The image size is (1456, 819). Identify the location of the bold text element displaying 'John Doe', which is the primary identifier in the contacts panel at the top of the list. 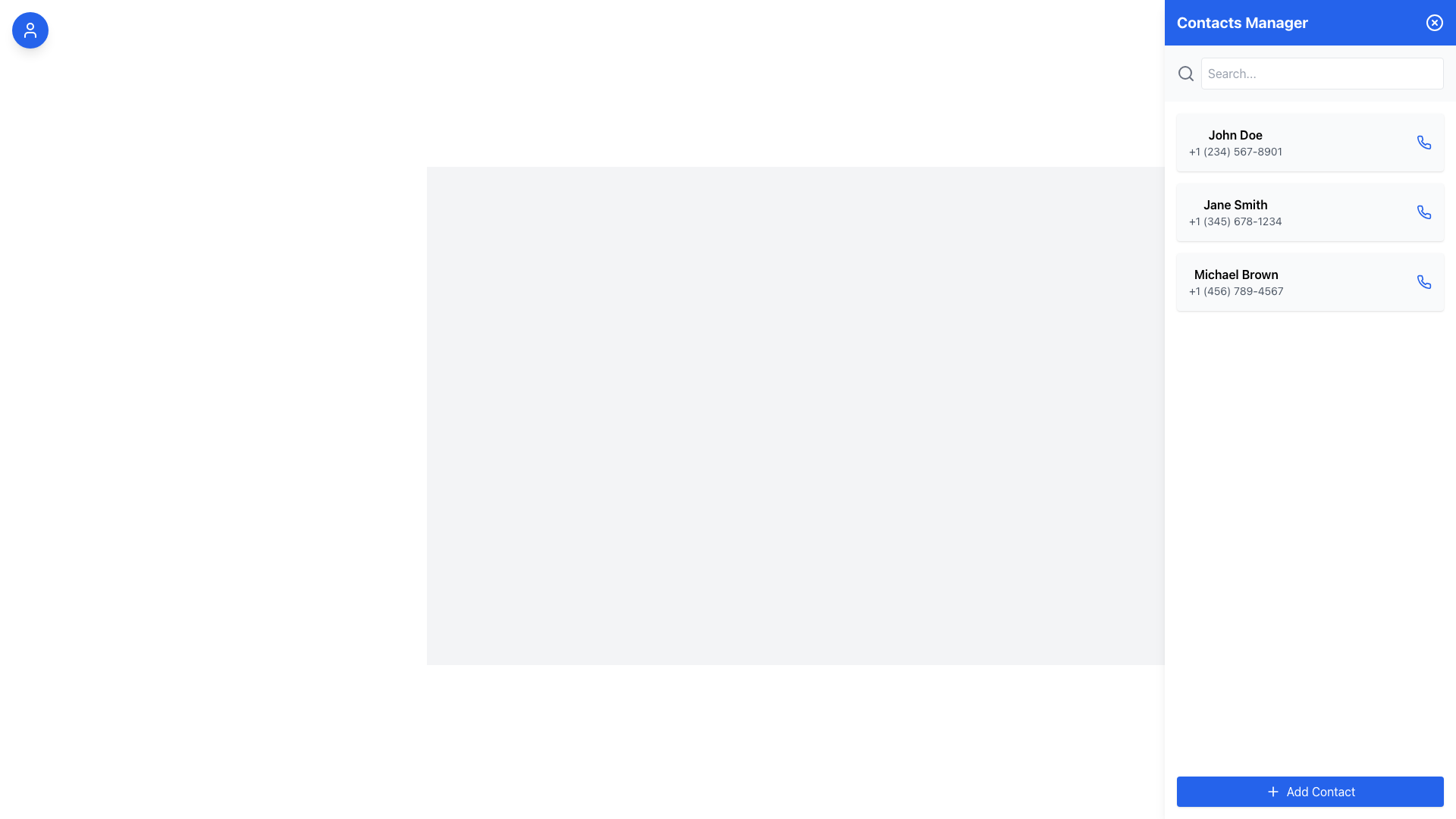
(1235, 133).